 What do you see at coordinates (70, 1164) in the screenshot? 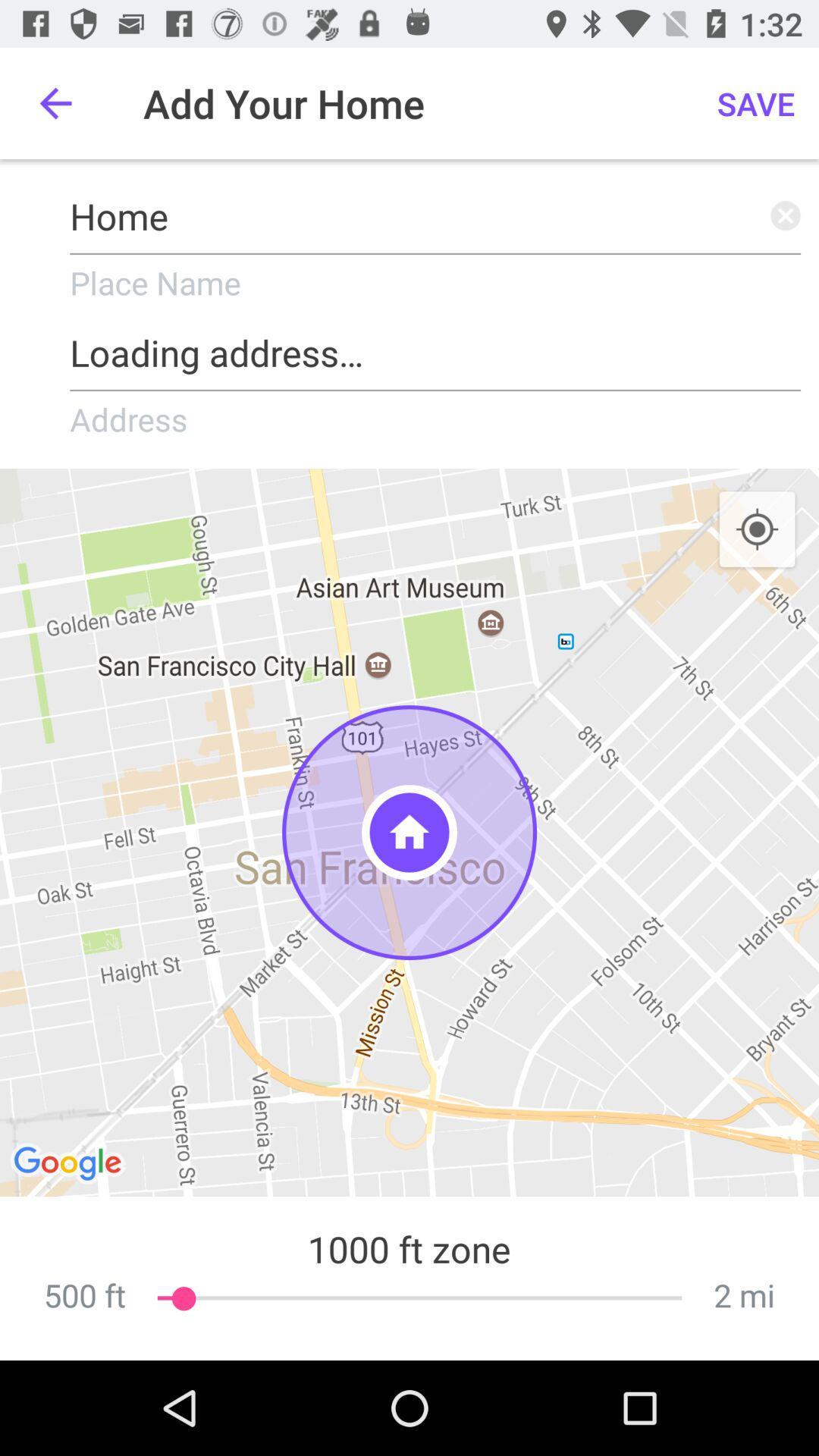
I see `the option which is beside guerrero st` at bounding box center [70, 1164].